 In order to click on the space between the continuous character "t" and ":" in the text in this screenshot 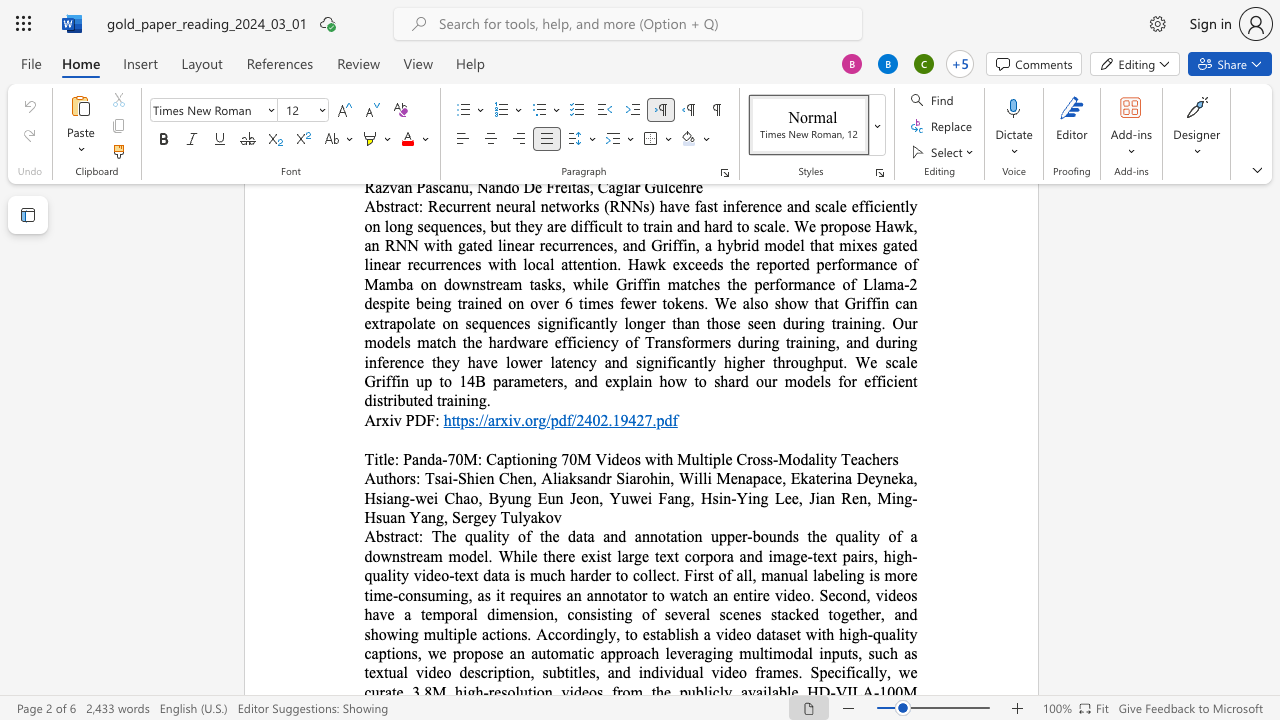, I will do `click(417, 535)`.